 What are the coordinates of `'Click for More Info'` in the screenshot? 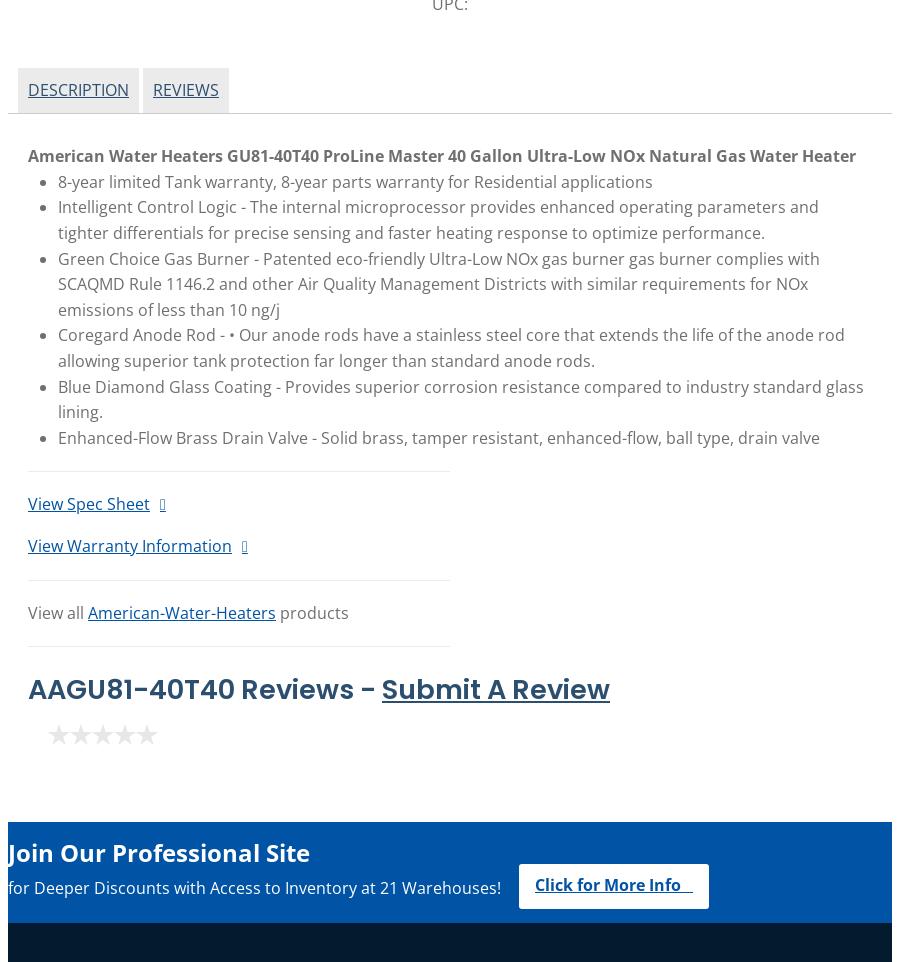 It's located at (613, 884).